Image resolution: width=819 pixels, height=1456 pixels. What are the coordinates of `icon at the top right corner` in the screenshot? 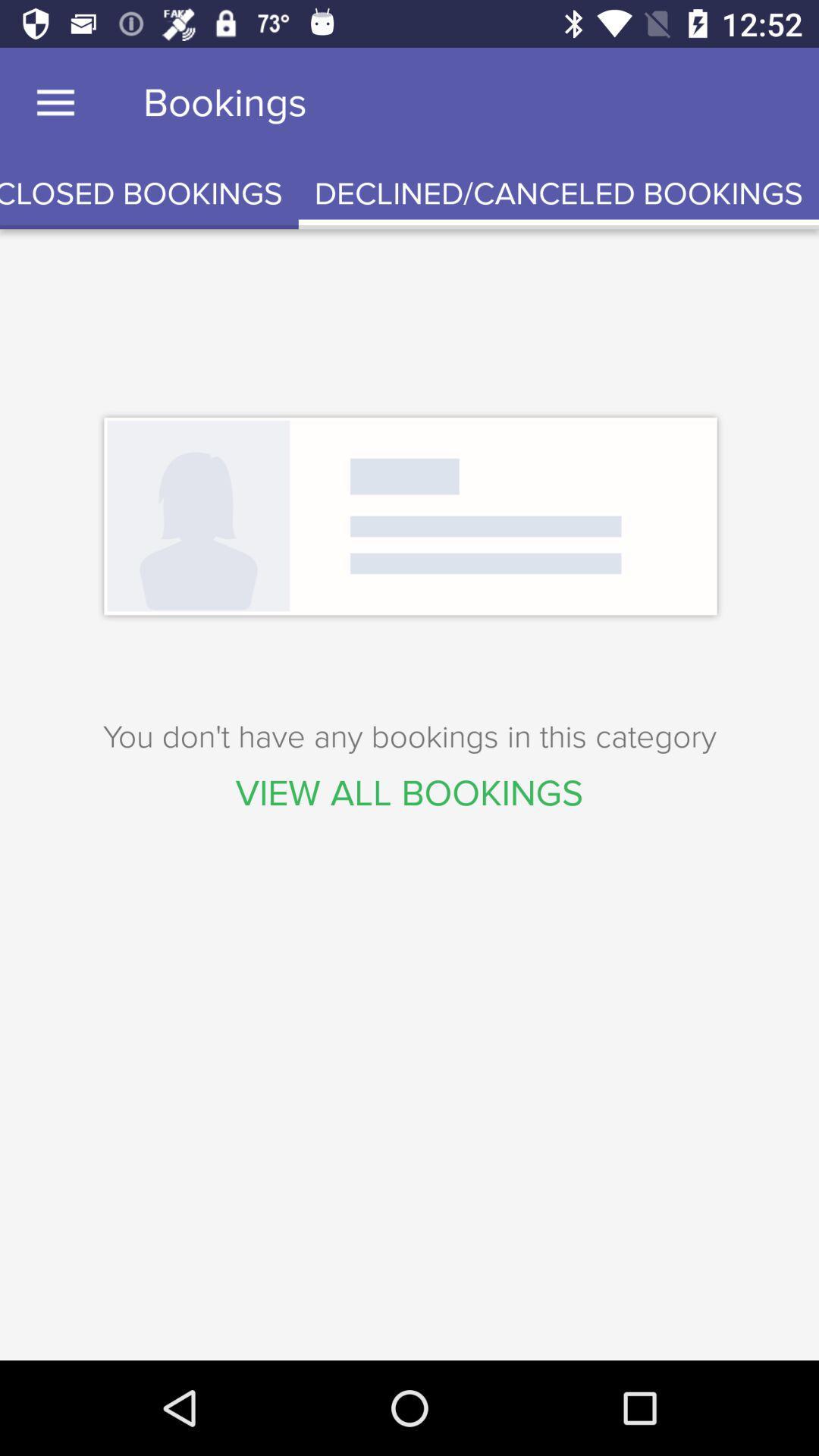 It's located at (558, 193).